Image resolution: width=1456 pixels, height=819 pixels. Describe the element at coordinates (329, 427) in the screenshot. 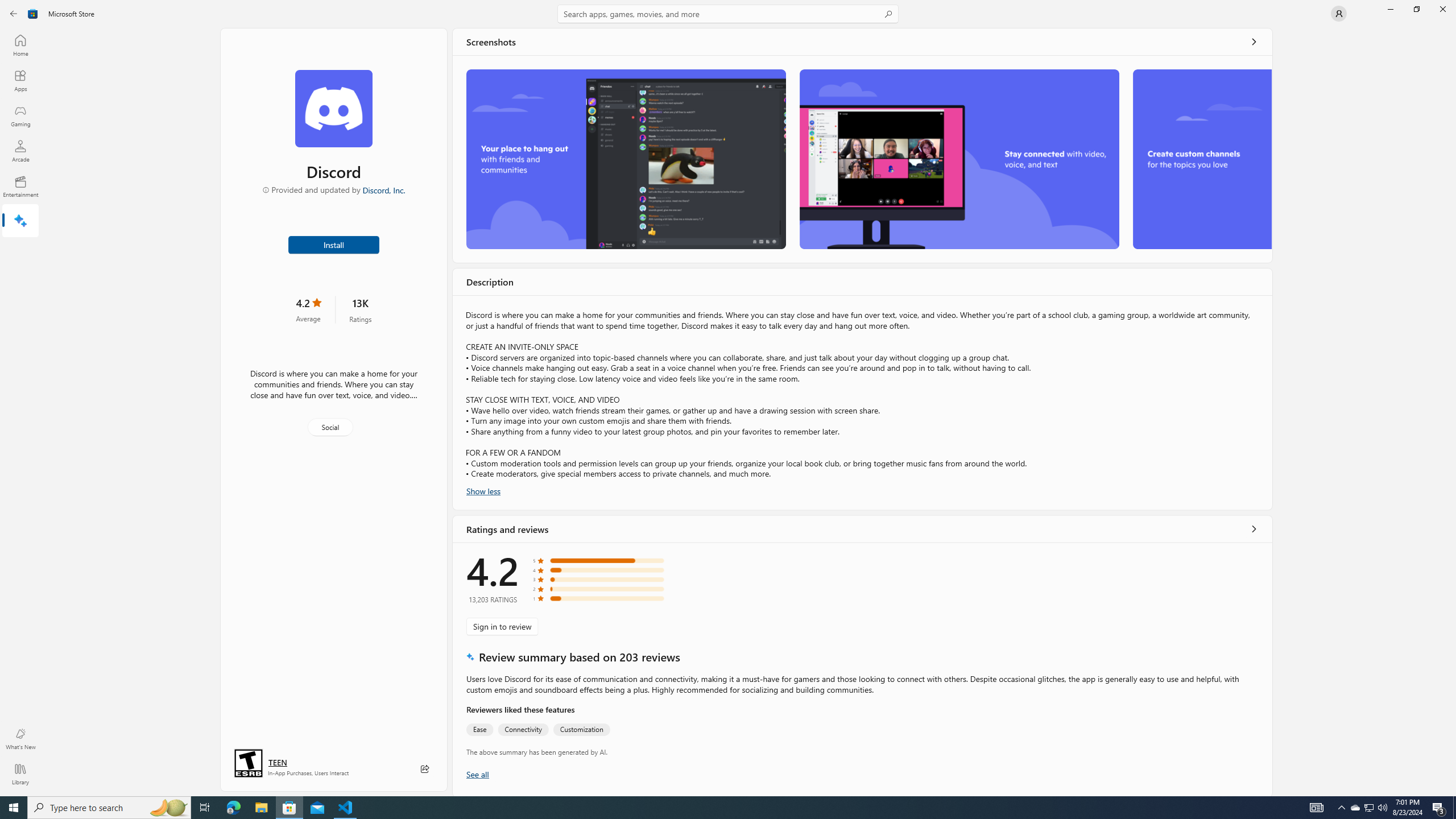

I see `'Social'` at that location.